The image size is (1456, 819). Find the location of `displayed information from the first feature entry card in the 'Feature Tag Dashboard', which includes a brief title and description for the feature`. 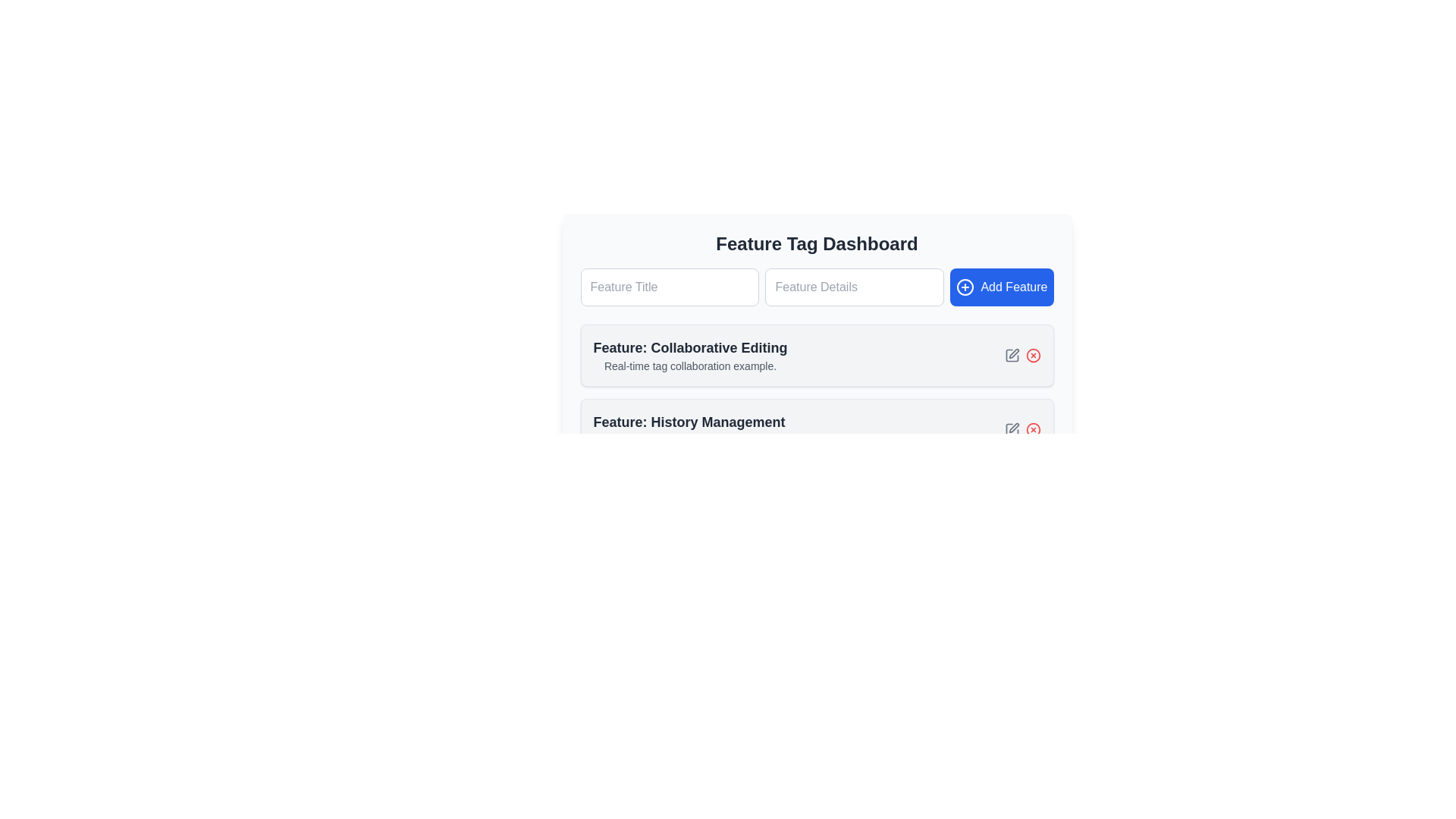

displayed information from the first feature entry card in the 'Feature Tag Dashboard', which includes a brief title and description for the feature is located at coordinates (816, 391).